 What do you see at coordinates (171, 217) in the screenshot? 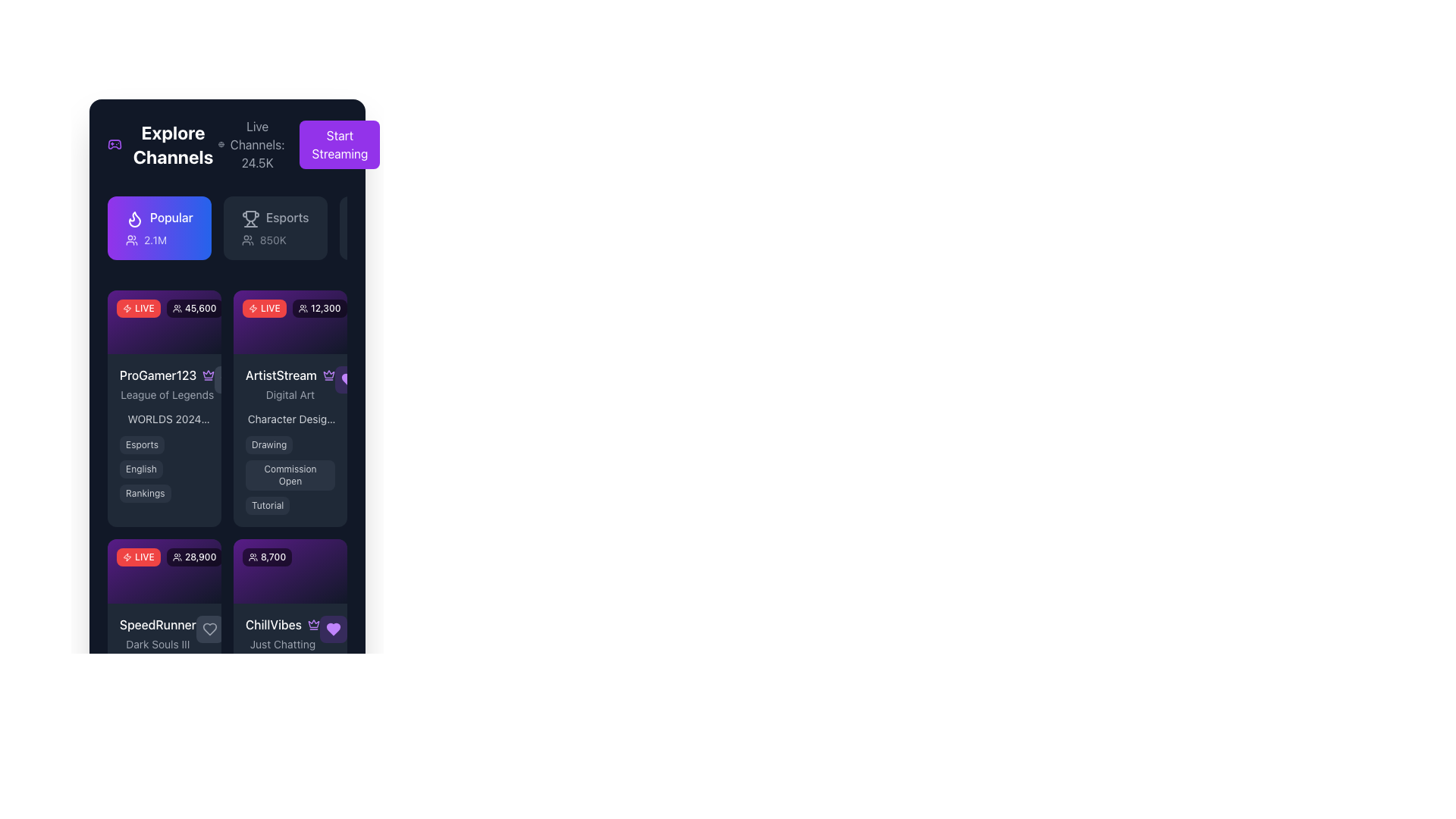
I see `the text label displaying 'Popular' in white over a gradient blue background, located under 'Explore Channels' to the right of a flame icon` at bounding box center [171, 217].